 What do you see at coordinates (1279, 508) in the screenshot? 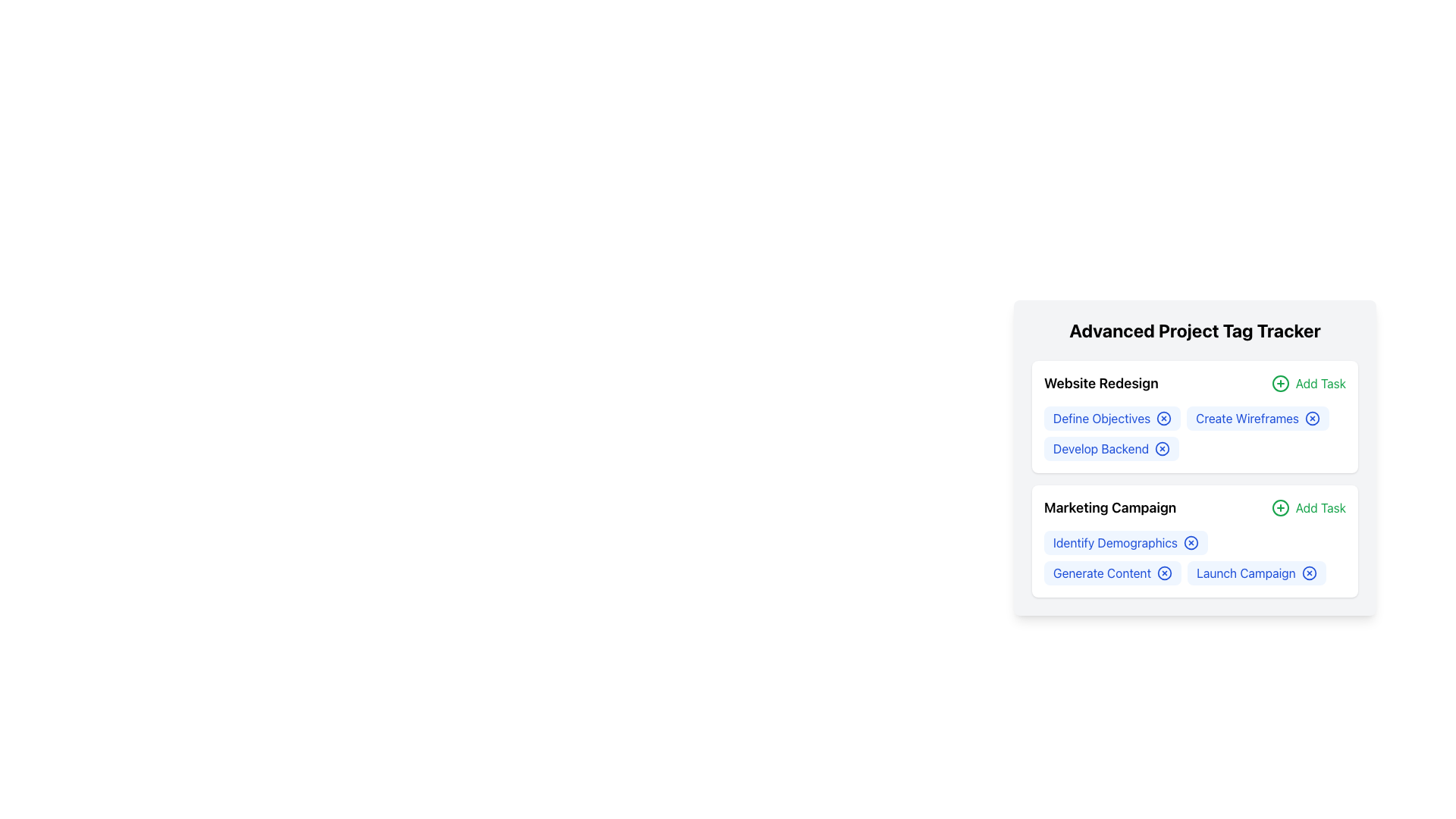
I see `the 'Add Task' button in the 'Marketing Campaign' section` at bounding box center [1279, 508].